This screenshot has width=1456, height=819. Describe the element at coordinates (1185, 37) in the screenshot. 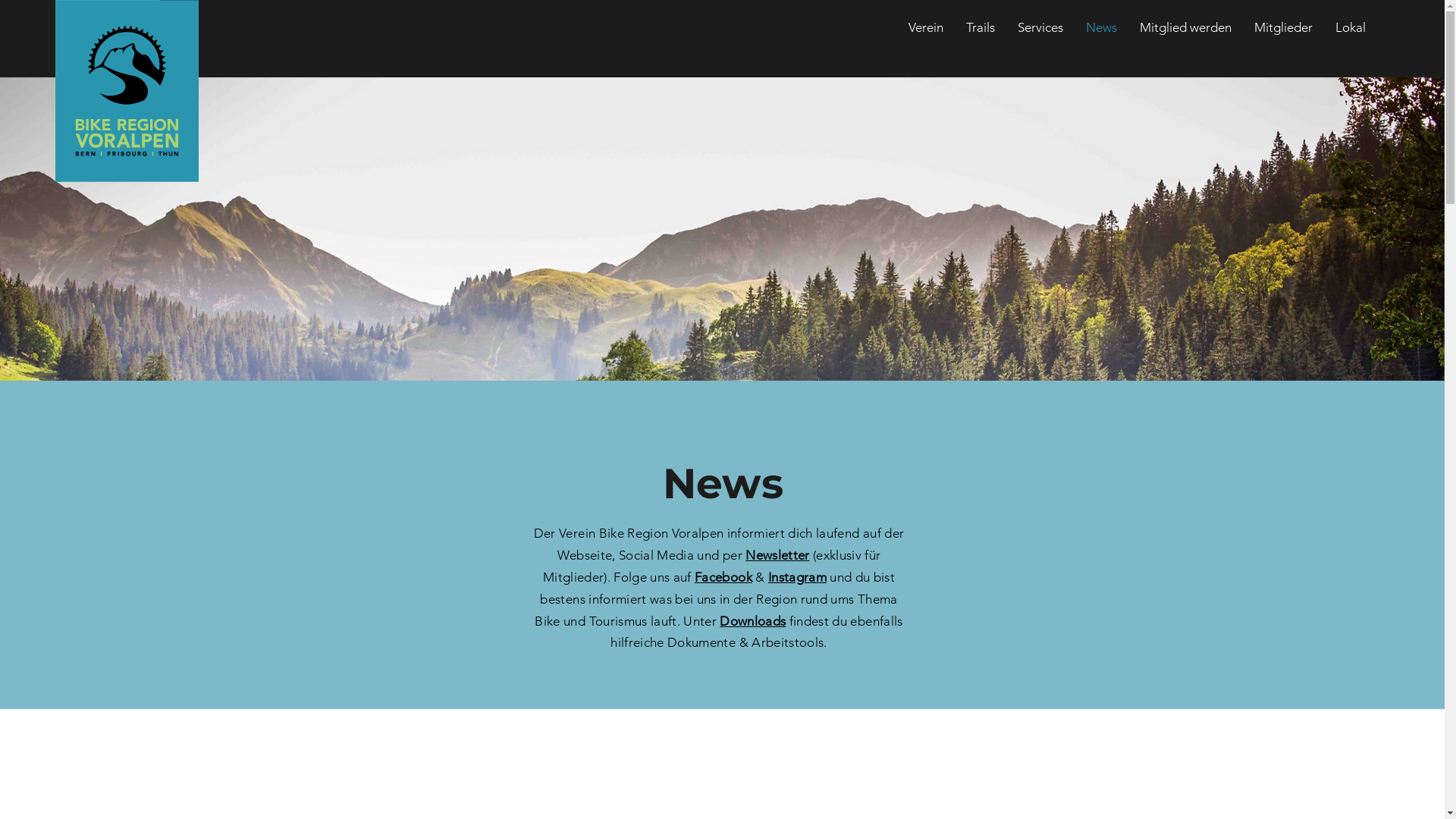

I see `'Mitglied werden'` at that location.